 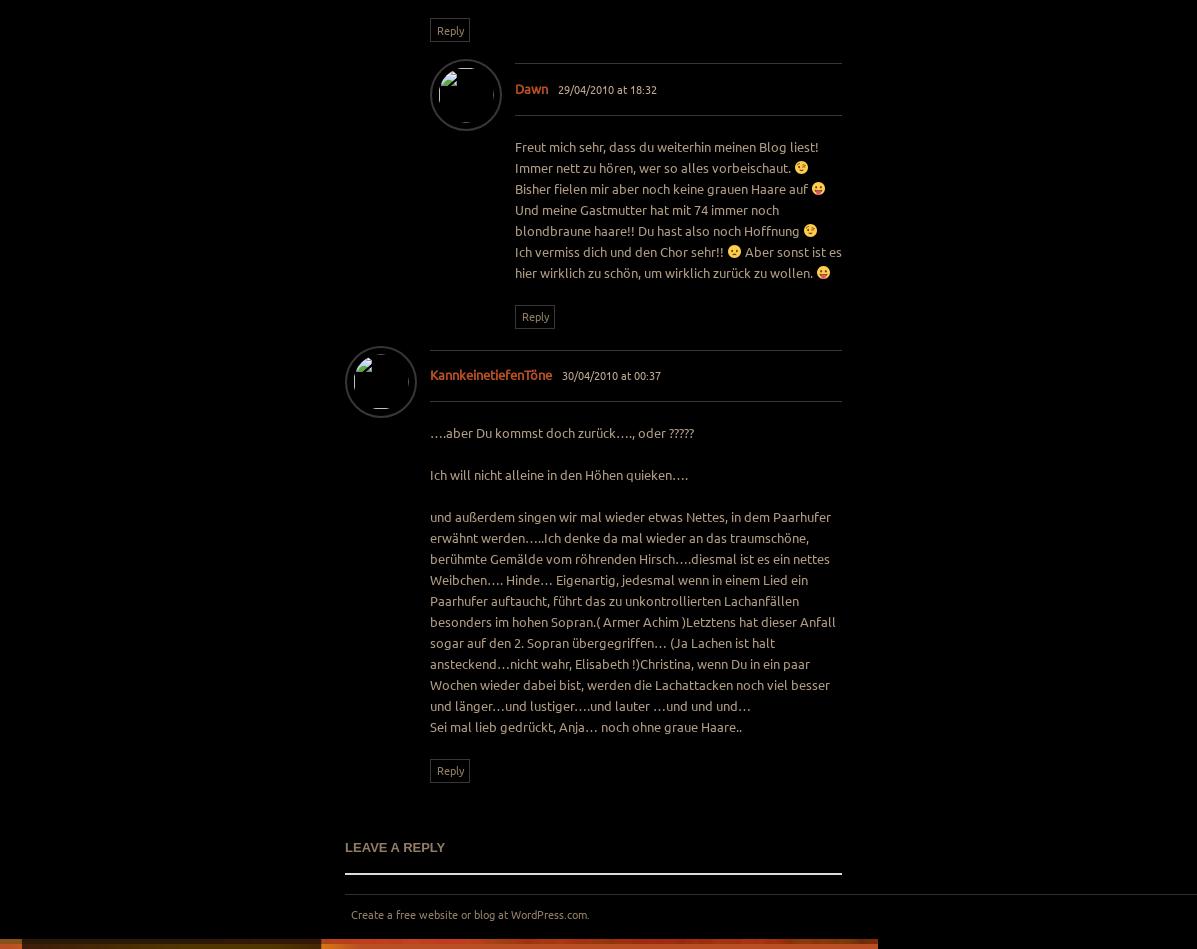 I want to click on 'Freut mich sehr, dass du weiterhin meinen Blog liest! Immer nett zu hören, wer so alles vorbeischaut.', so click(x=665, y=156).